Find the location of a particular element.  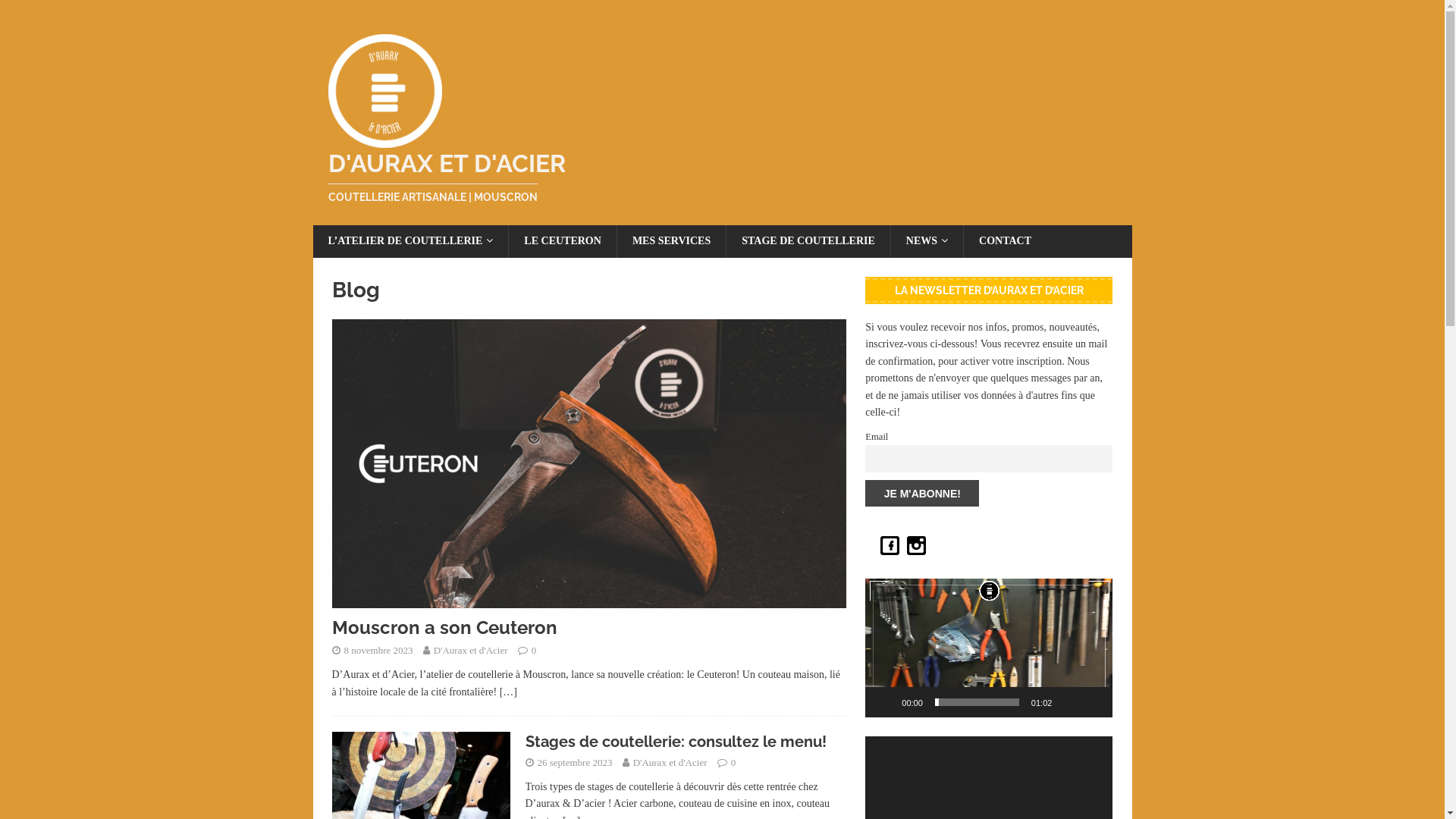

'CONTACT' is located at coordinates (1004, 240).